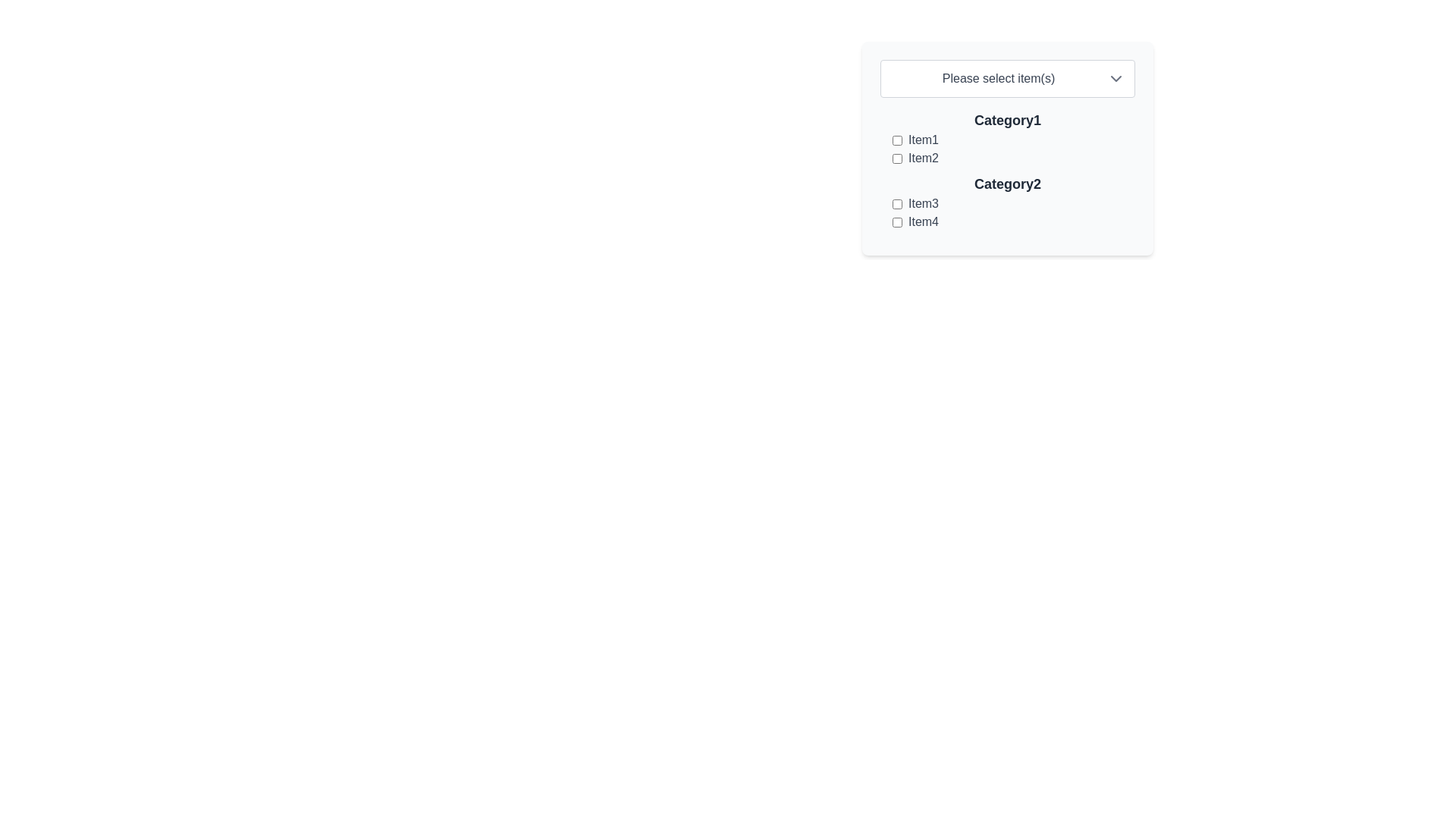 The image size is (1456, 819). What do you see at coordinates (923, 158) in the screenshot?
I see `text content of the label 'Item2' located in the second row of the selectable list in 'Category1', next to the checkbox` at bounding box center [923, 158].